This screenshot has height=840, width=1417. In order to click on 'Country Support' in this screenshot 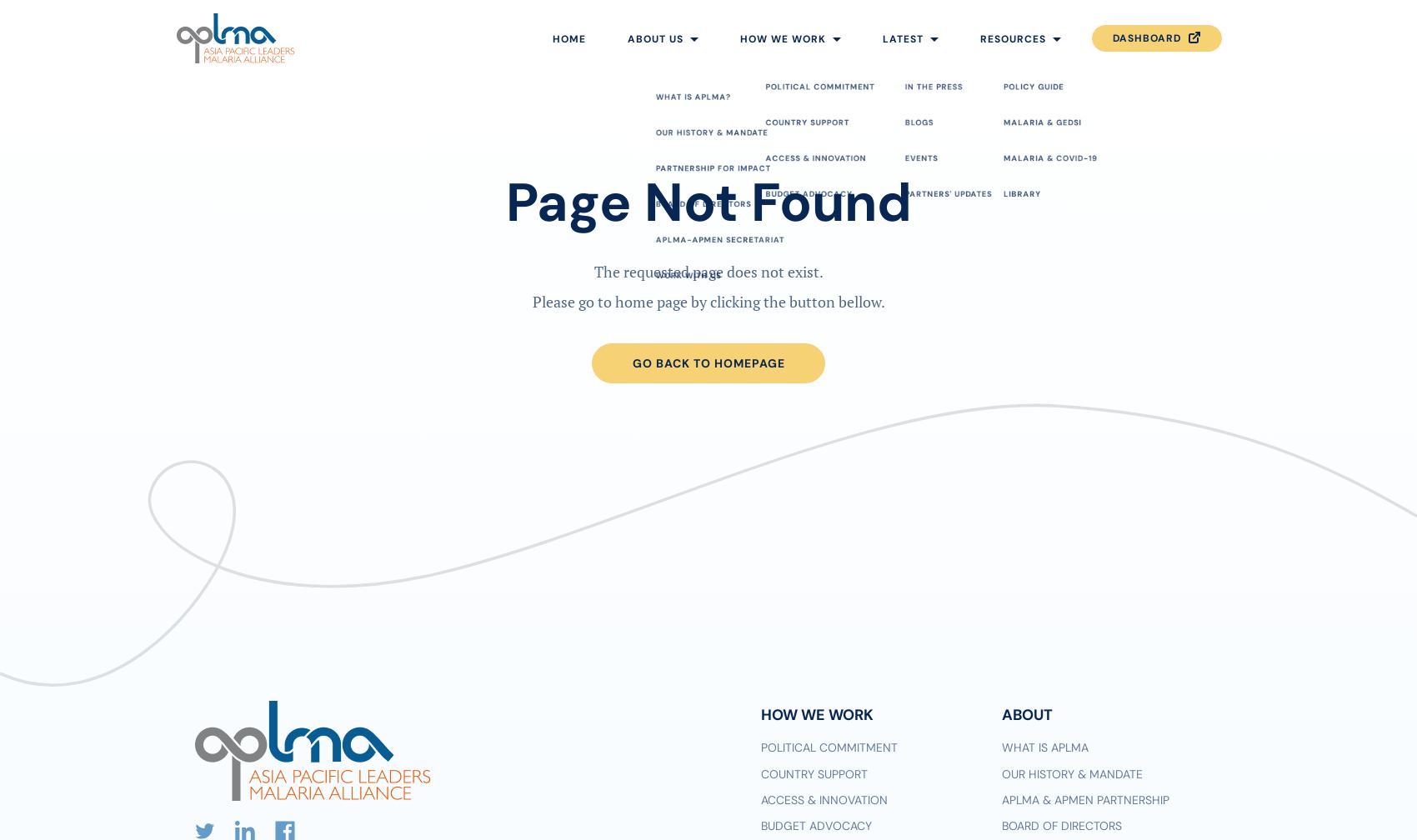, I will do `click(812, 772)`.